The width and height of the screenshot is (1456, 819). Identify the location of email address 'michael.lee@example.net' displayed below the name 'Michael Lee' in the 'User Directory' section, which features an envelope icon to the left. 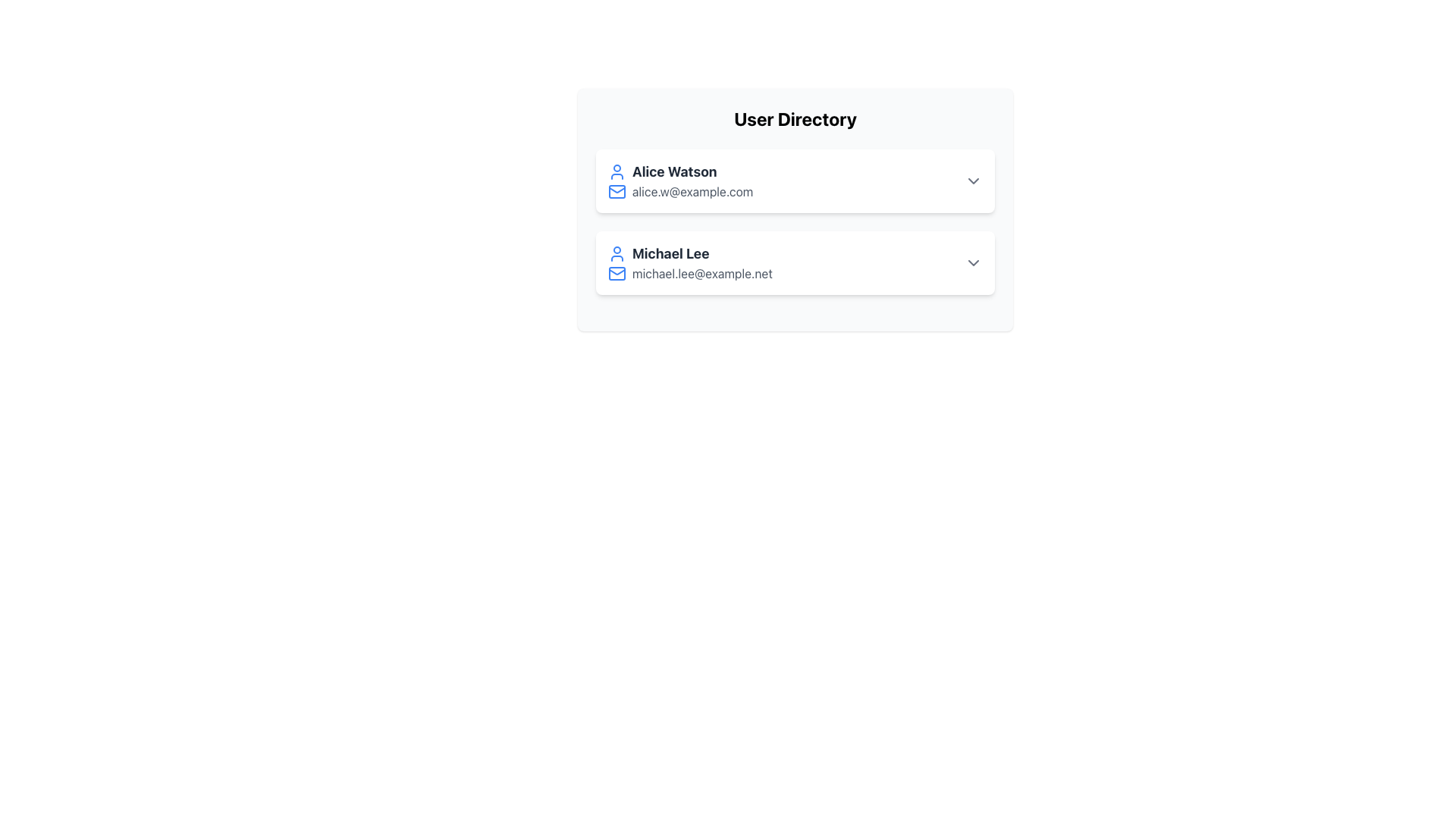
(689, 274).